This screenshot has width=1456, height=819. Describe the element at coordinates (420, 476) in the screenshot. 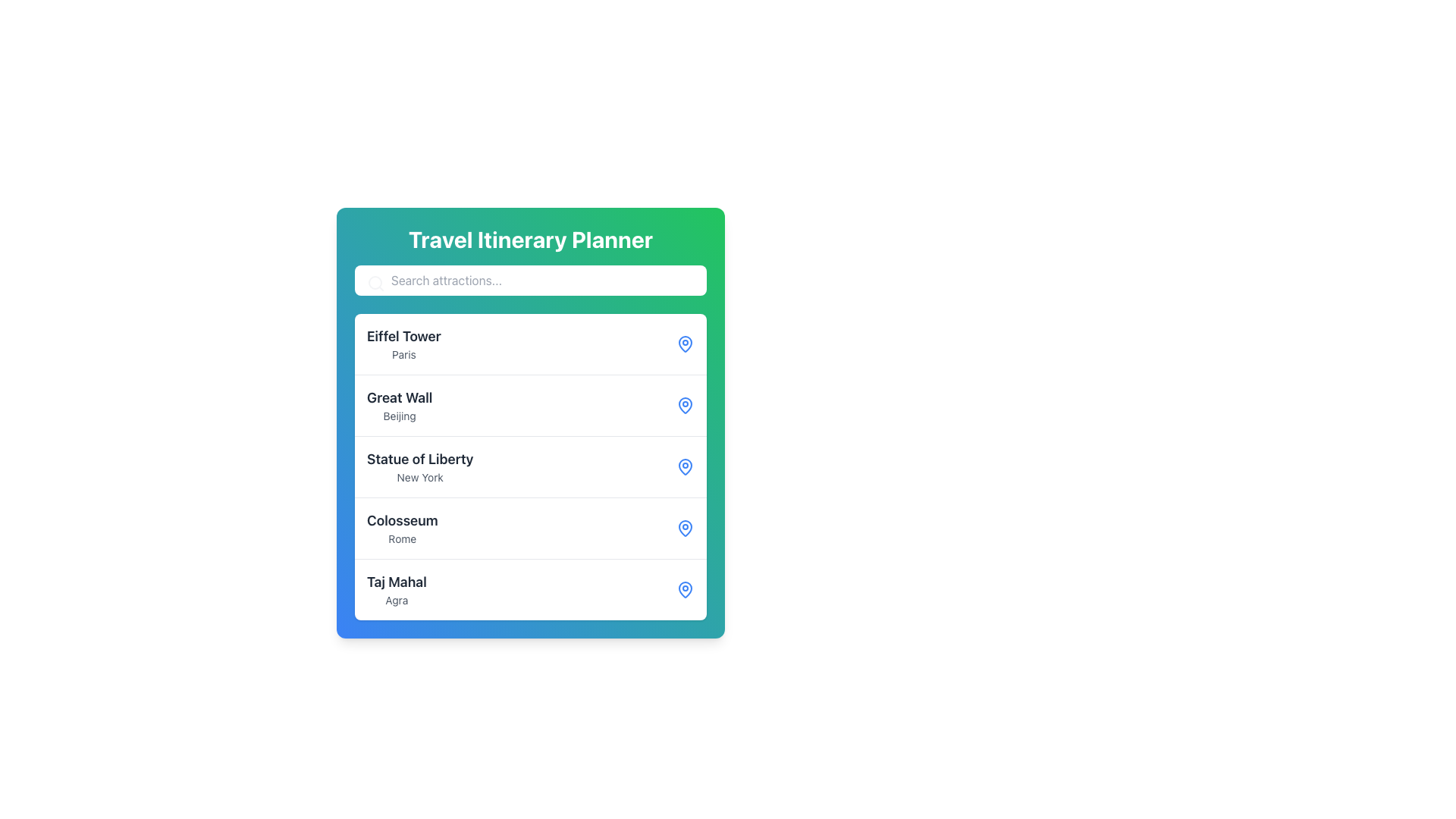

I see `the subtitle text element that provides contextual information ('New York') about the title ('Statue of Liberty')` at that location.